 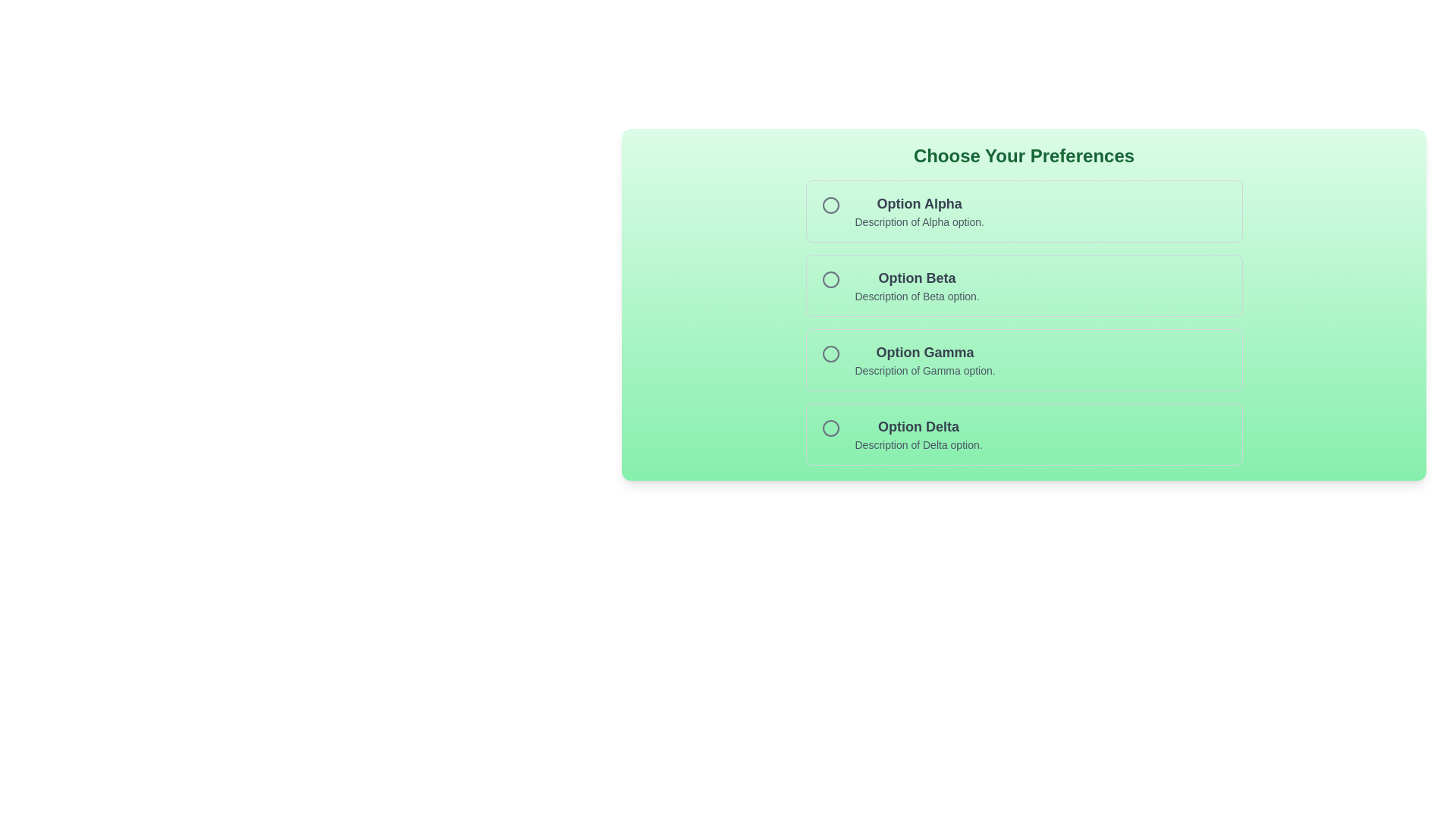 I want to click on the selectable option box labeled 'Option Beta' with a light green background, so click(x=1024, y=286).